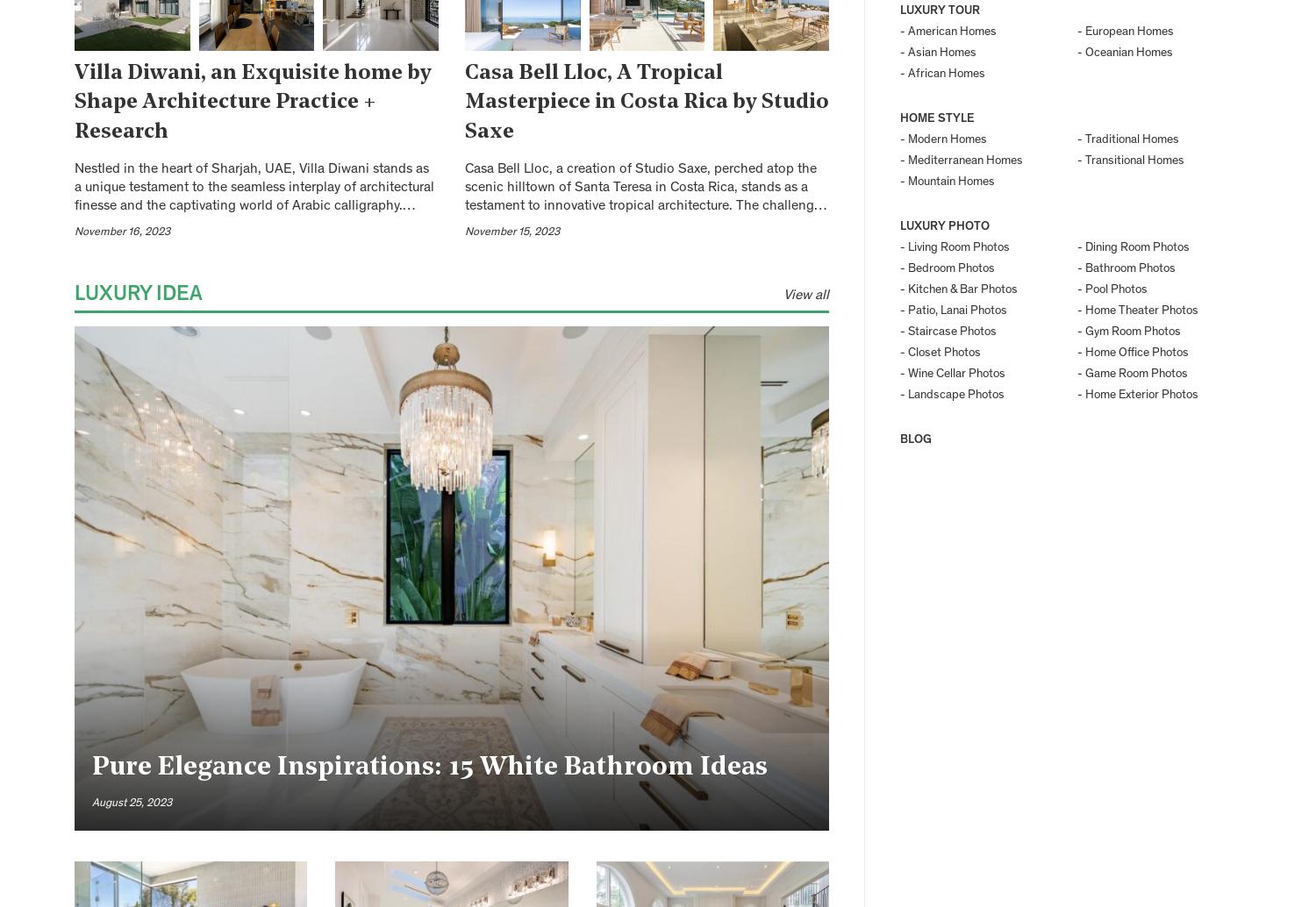  What do you see at coordinates (961, 161) in the screenshot?
I see `'- Mediterranean Homes'` at bounding box center [961, 161].